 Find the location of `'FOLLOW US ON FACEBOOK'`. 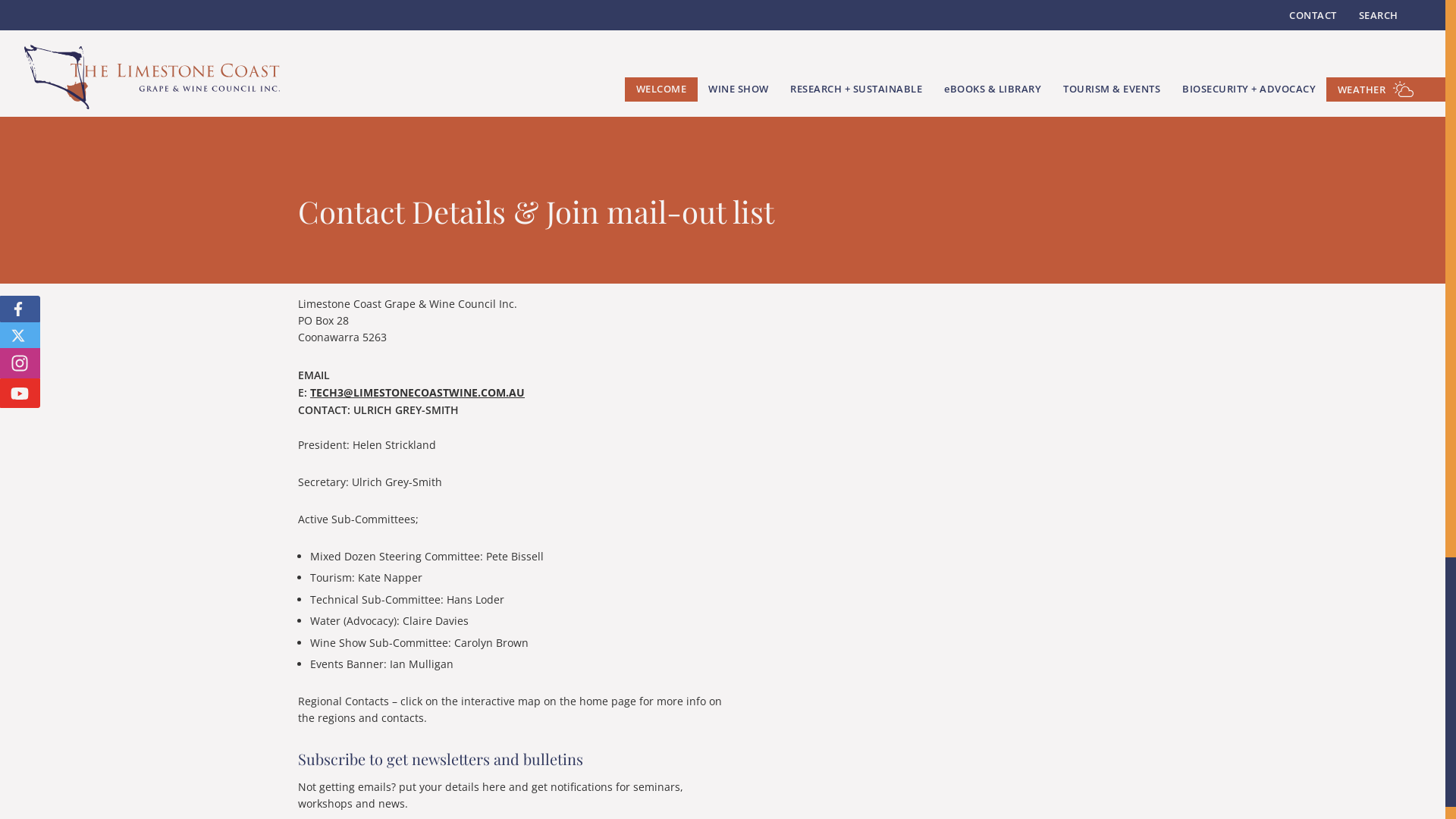

'FOLLOW US ON FACEBOOK' is located at coordinates (0, 308).